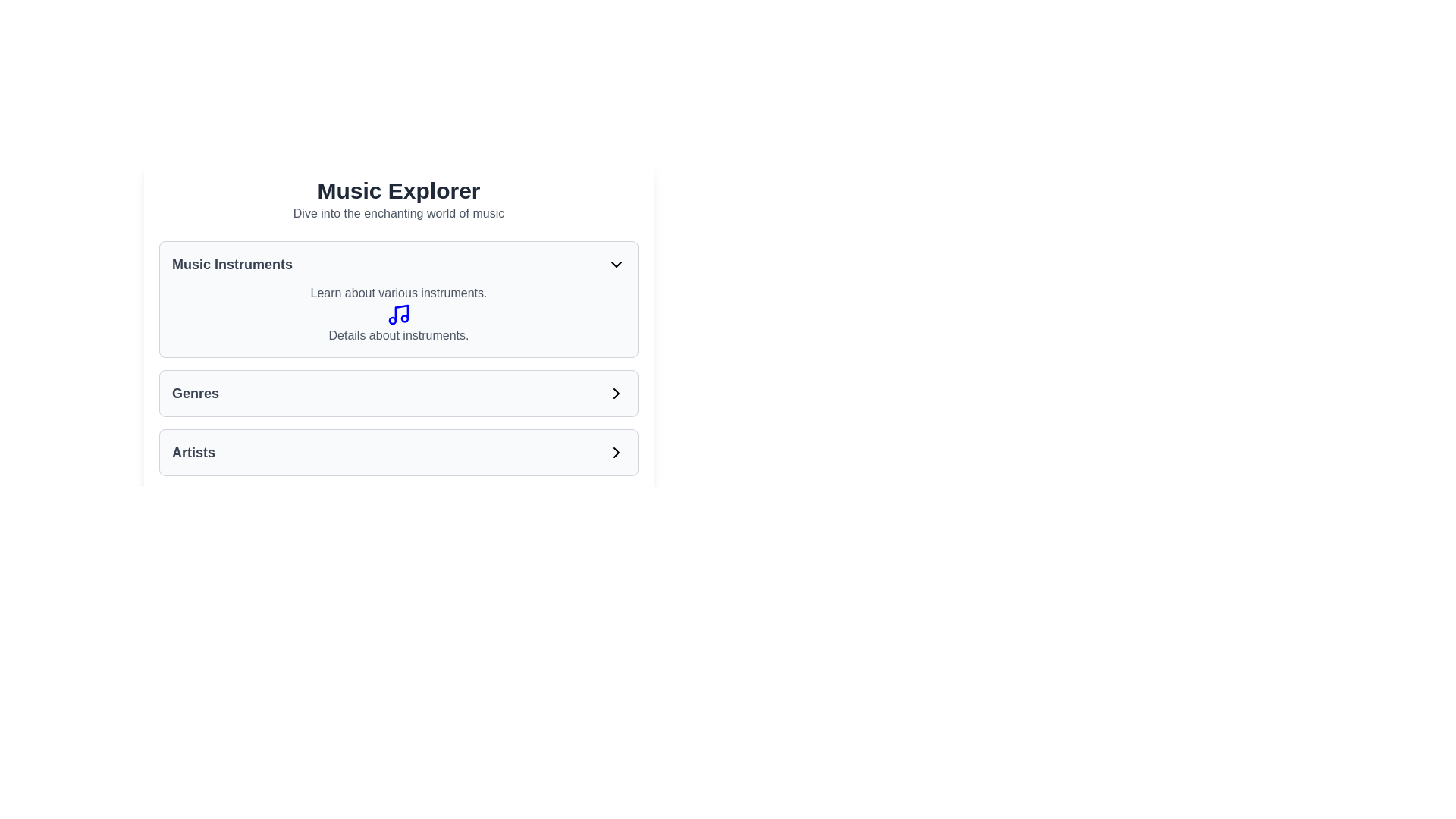 This screenshot has width=1456, height=819. What do you see at coordinates (616, 393) in the screenshot?
I see `the black chevron arrow icon located to the right of the 'Genres' list item in the menu interface` at bounding box center [616, 393].